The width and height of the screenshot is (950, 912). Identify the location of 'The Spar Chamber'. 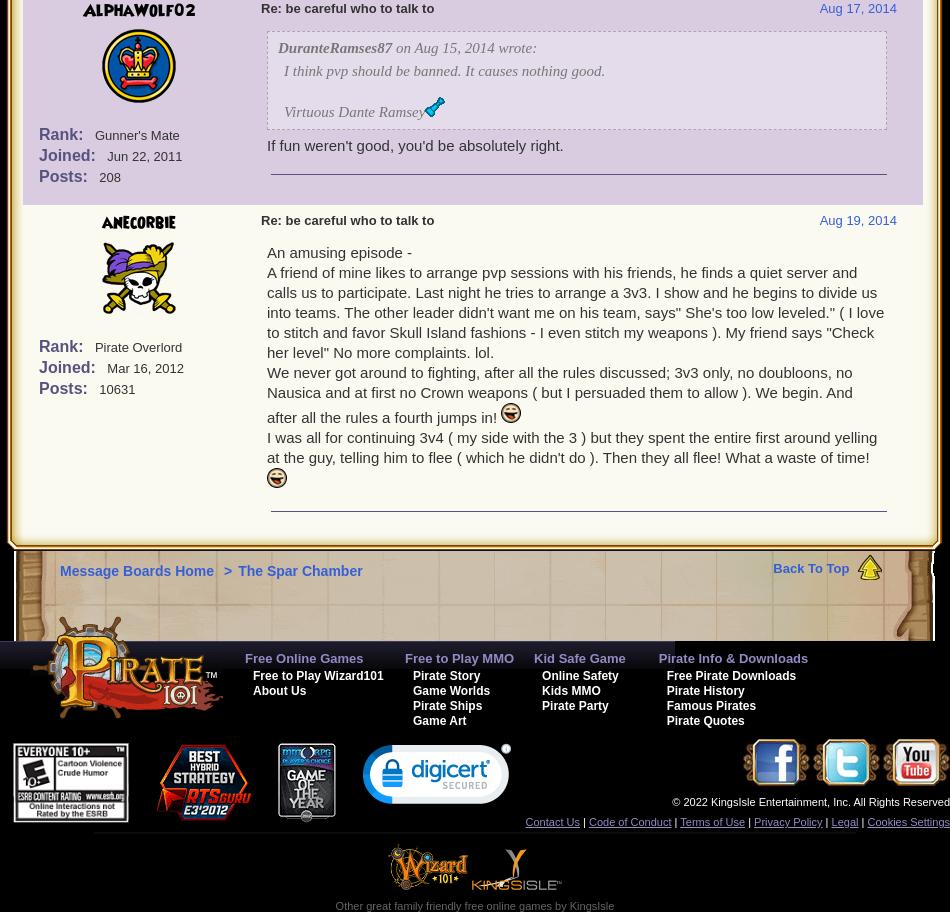
(299, 570).